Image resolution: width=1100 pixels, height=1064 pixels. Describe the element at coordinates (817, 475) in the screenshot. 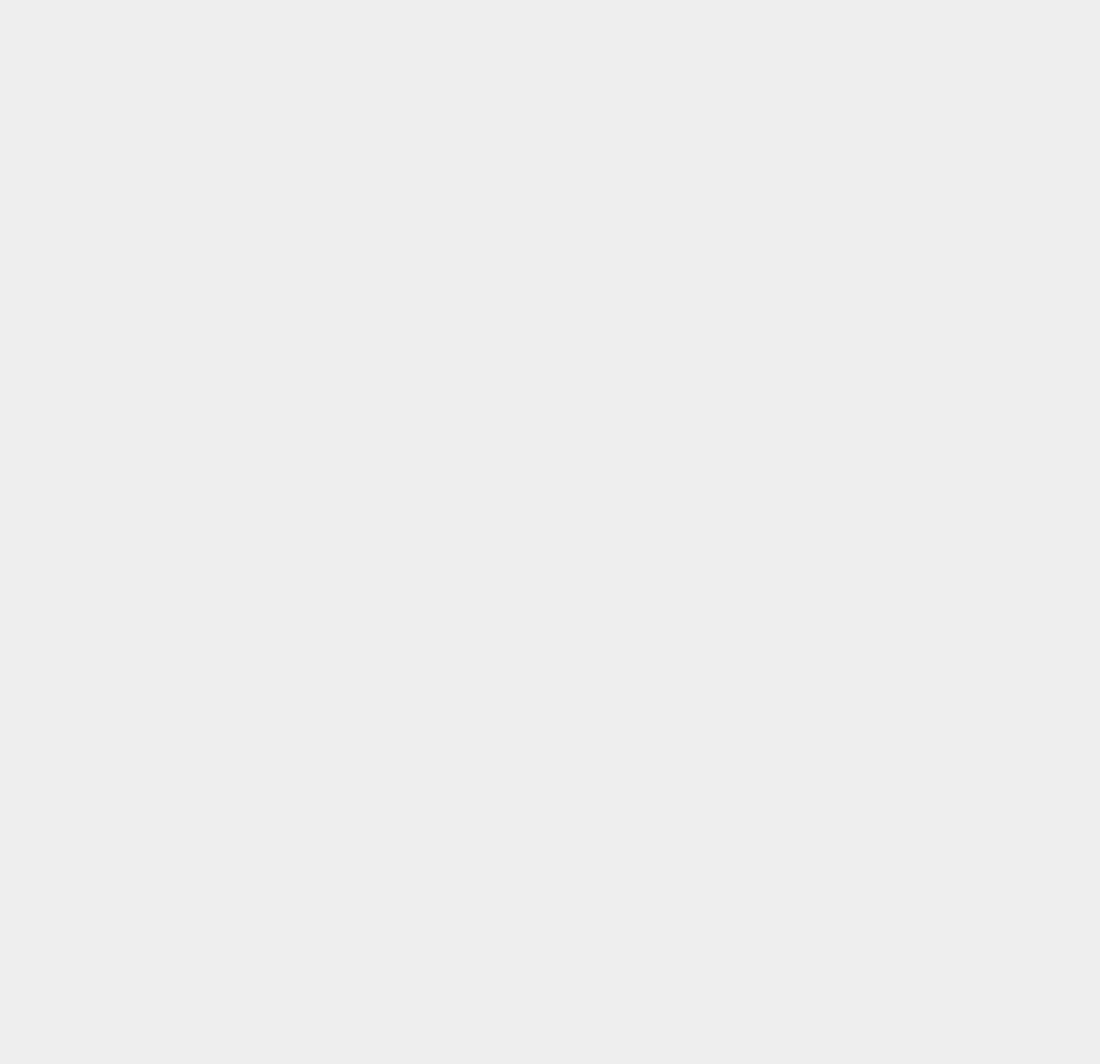

I see `'GreenPois0n'` at that location.